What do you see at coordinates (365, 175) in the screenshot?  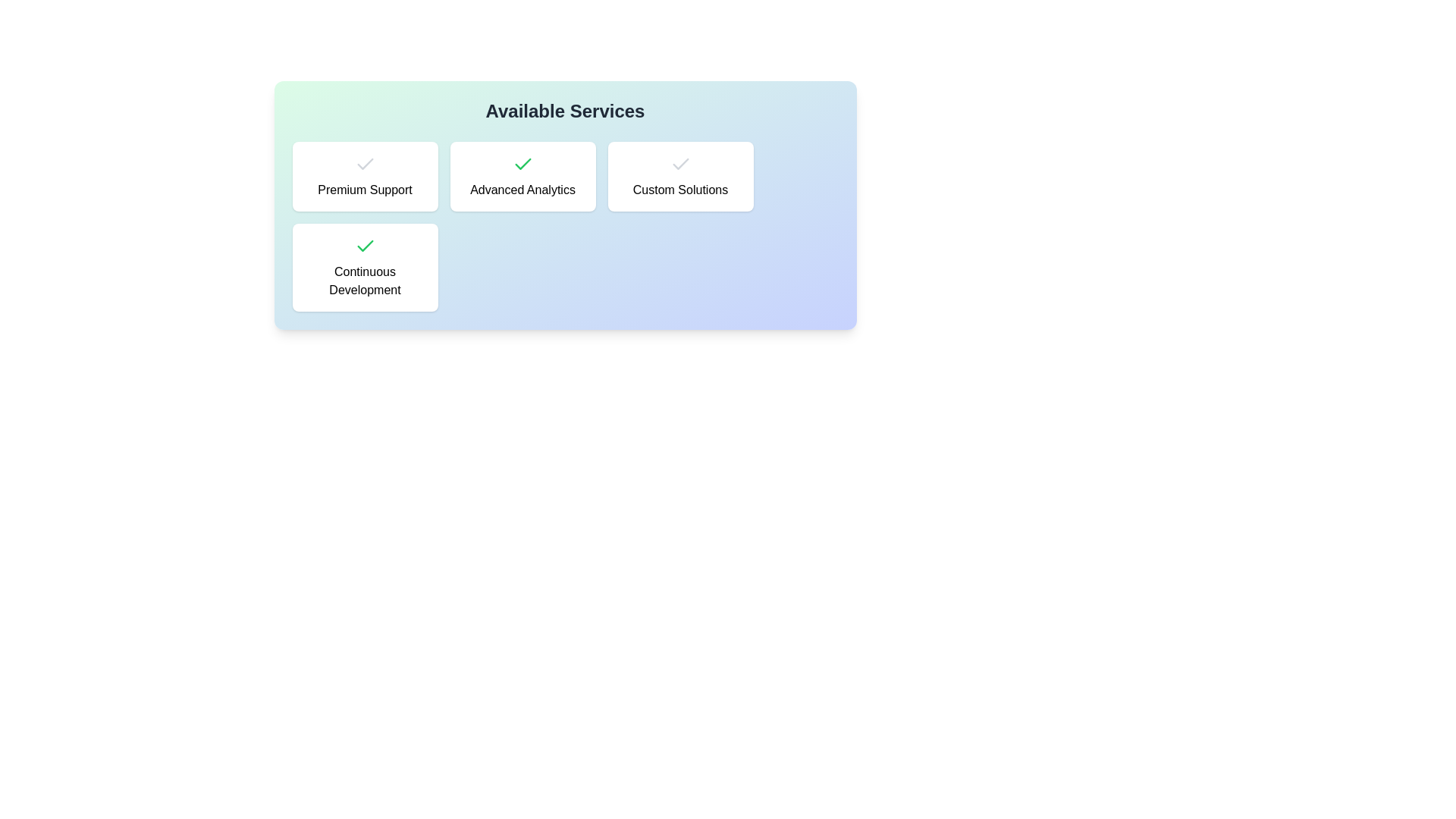 I see `the 'Premium Support' card located in the first row, first column of the grid` at bounding box center [365, 175].